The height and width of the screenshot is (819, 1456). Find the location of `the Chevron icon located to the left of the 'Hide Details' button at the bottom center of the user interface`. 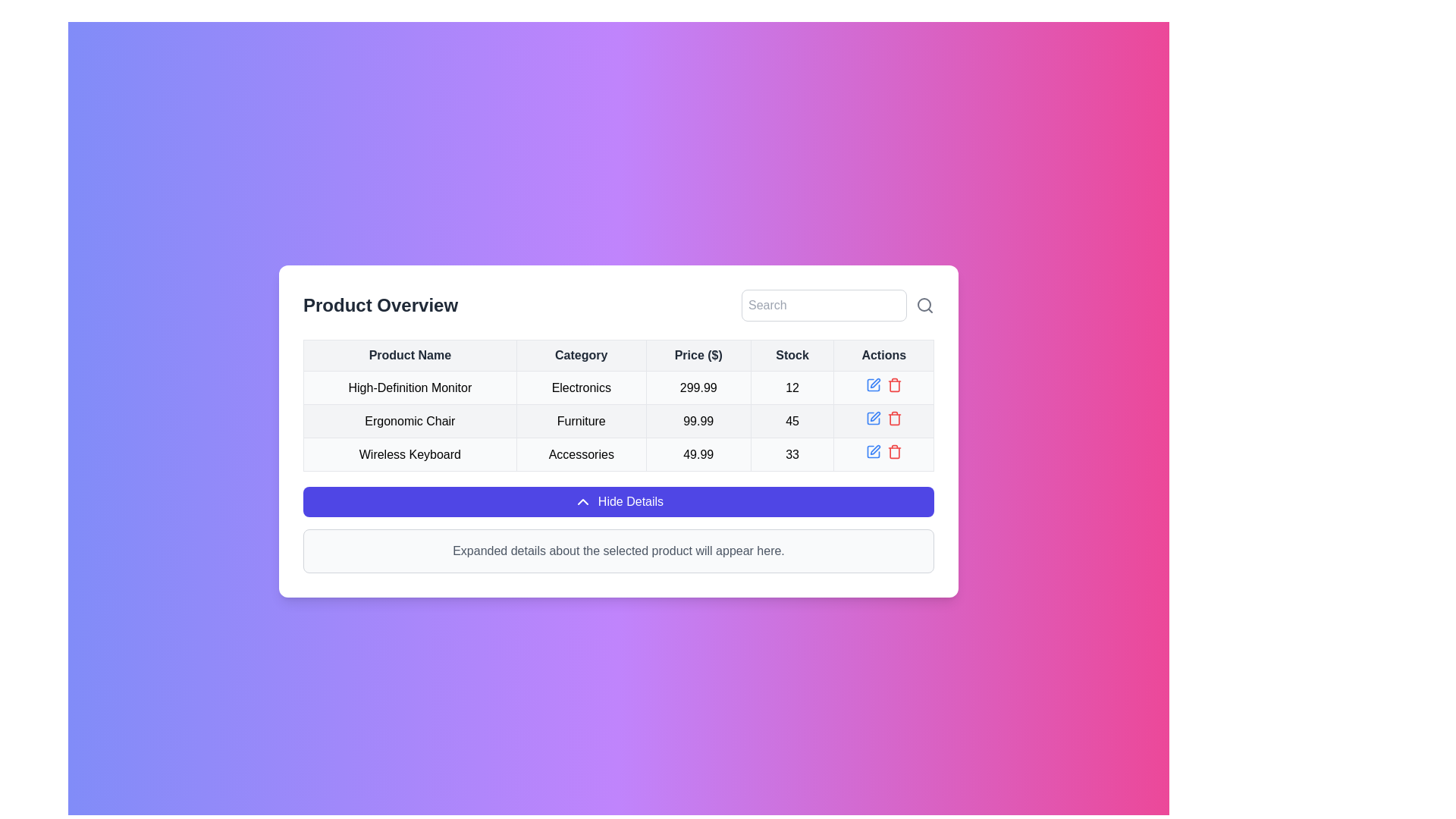

the Chevron icon located to the left of the 'Hide Details' button at the bottom center of the user interface is located at coordinates (582, 502).